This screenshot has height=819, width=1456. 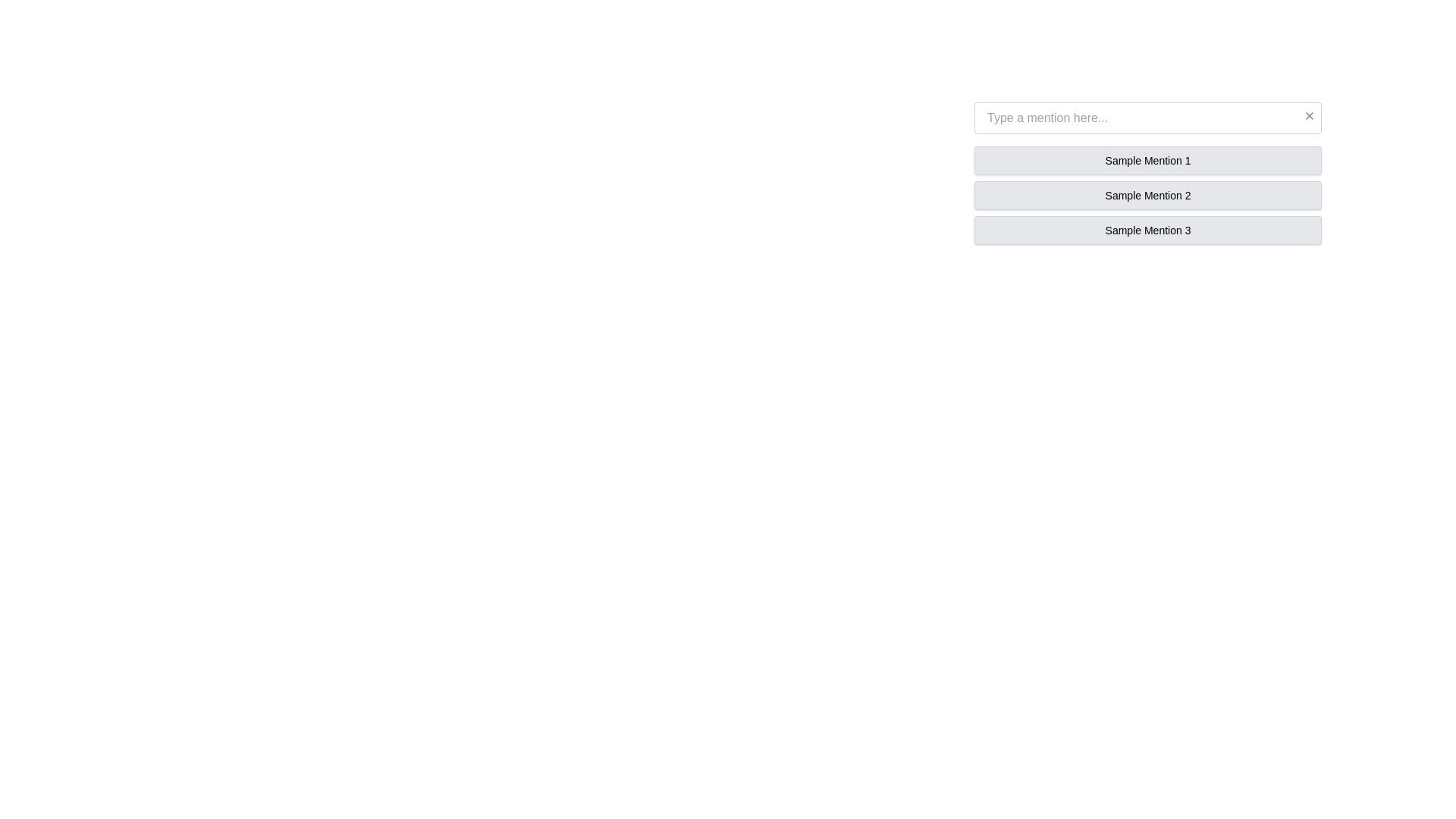 What do you see at coordinates (1147, 195) in the screenshot?
I see `the list of text items labeled as 'Sample Mention 1', 'Sample Mention 2', and 'Sample Mention 3'` at bounding box center [1147, 195].